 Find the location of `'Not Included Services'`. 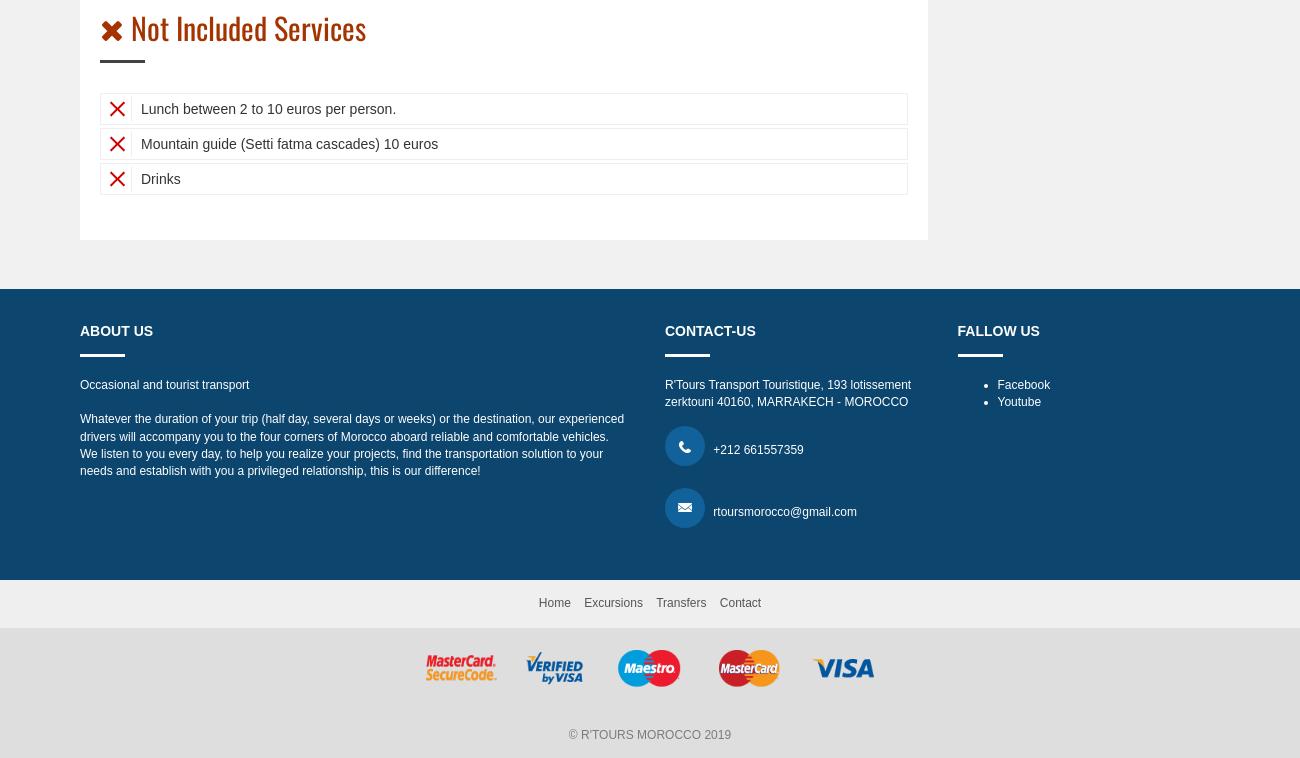

'Not Included Services' is located at coordinates (244, 25).